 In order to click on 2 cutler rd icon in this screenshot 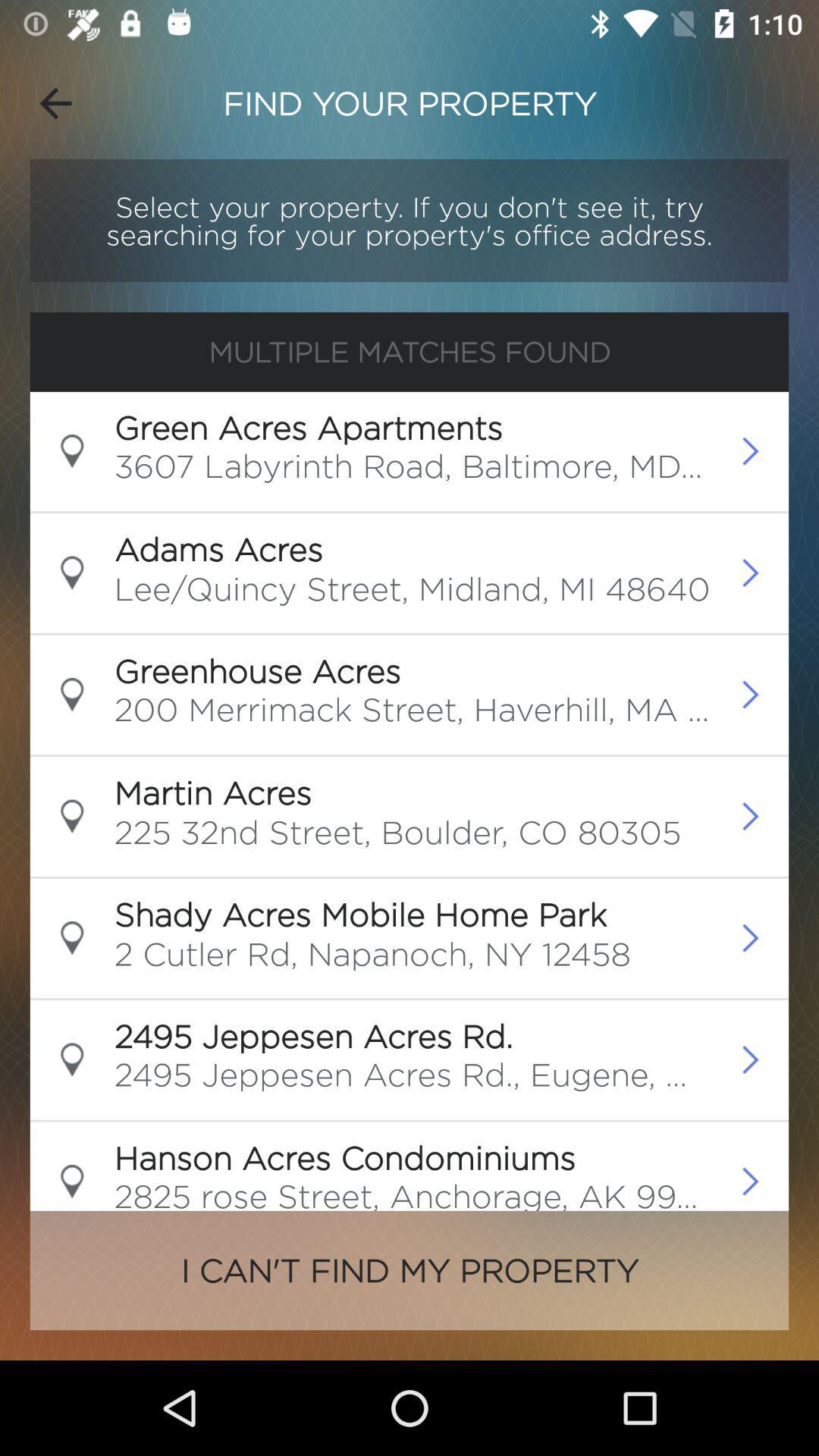, I will do `click(372, 957)`.